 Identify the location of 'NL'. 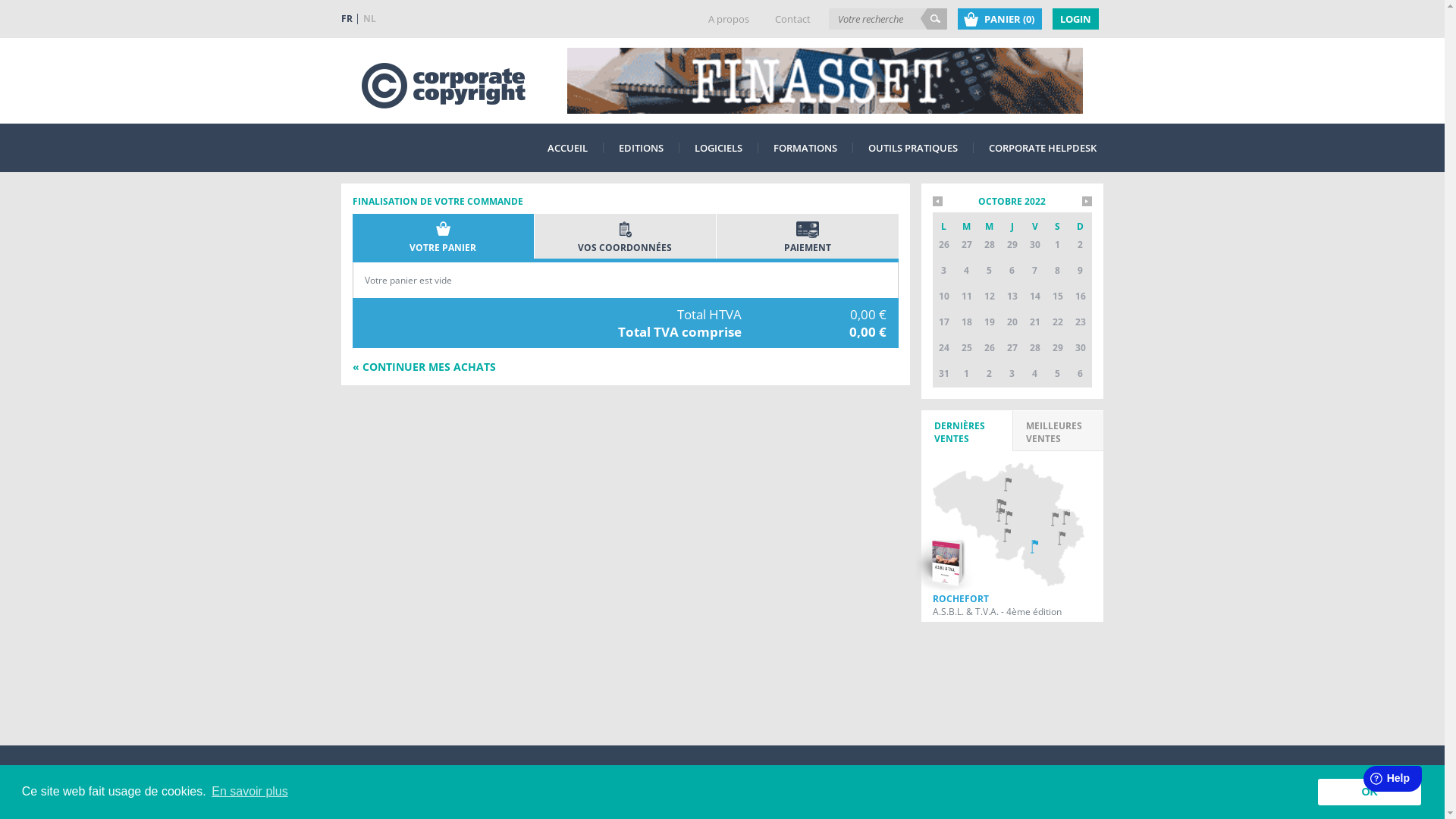
(369, 18).